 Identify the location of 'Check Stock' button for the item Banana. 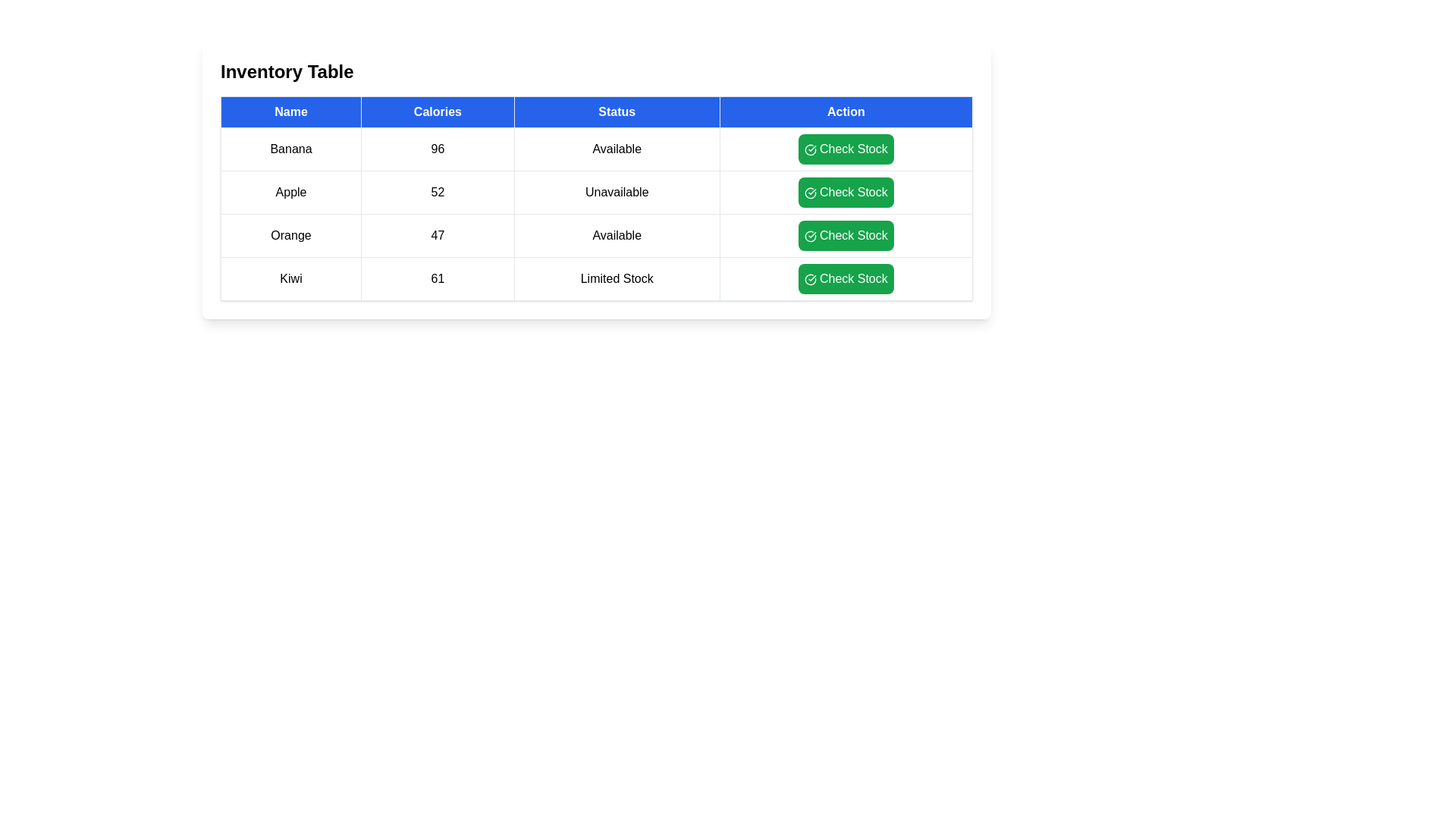
(845, 149).